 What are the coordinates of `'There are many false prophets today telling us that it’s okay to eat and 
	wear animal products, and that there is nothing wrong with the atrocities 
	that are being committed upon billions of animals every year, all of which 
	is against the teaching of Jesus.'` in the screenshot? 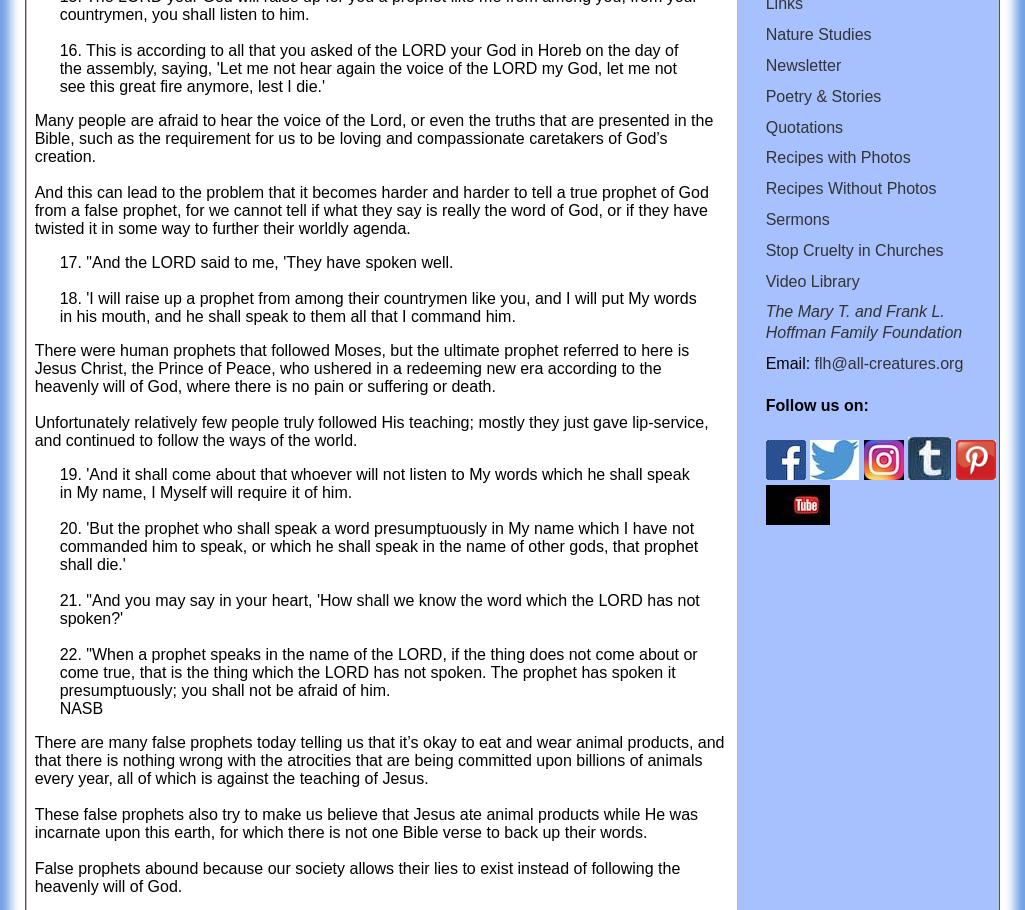 It's located at (379, 760).